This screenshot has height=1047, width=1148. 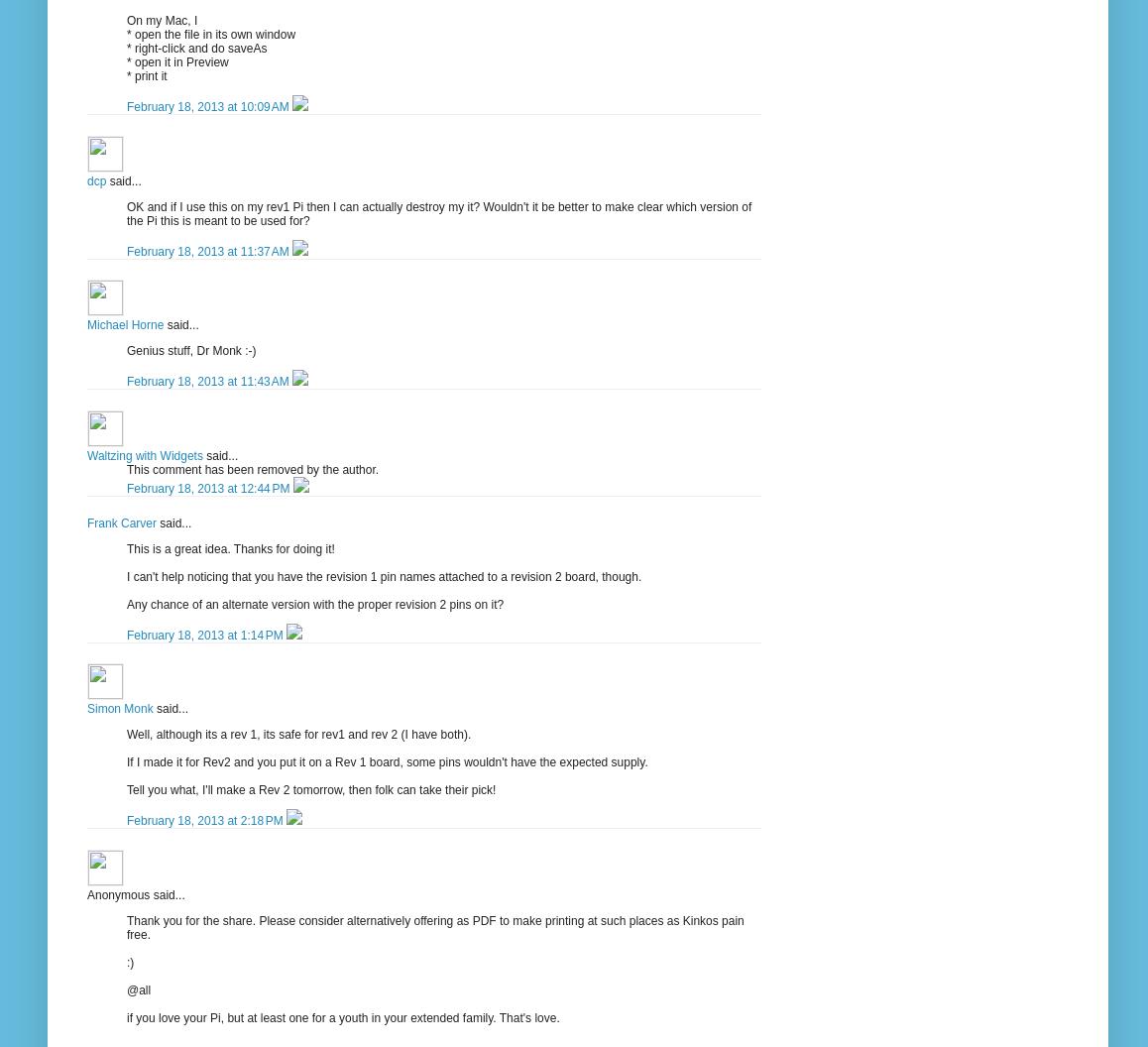 What do you see at coordinates (87, 522) in the screenshot?
I see `'Frank Carver'` at bounding box center [87, 522].